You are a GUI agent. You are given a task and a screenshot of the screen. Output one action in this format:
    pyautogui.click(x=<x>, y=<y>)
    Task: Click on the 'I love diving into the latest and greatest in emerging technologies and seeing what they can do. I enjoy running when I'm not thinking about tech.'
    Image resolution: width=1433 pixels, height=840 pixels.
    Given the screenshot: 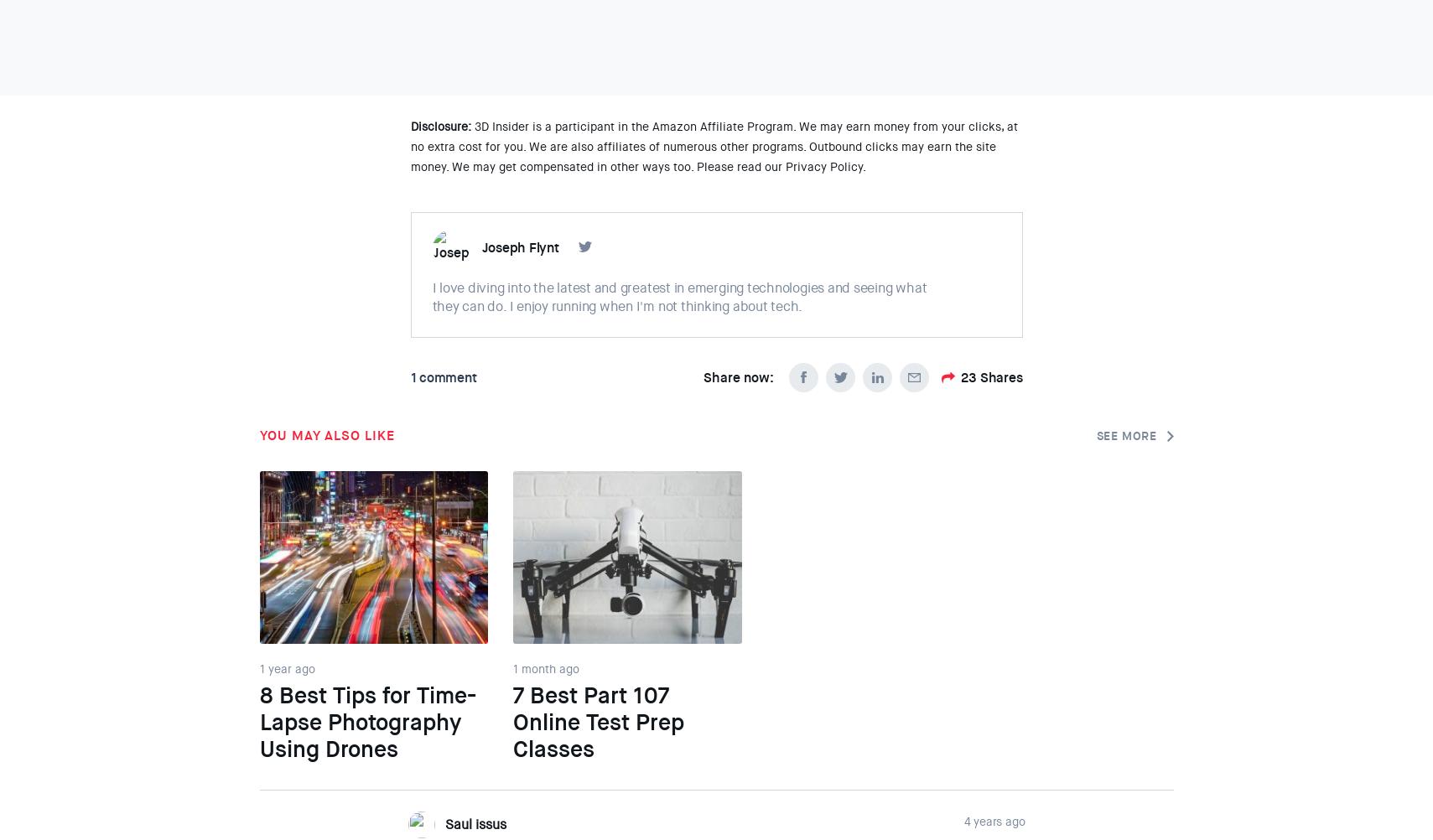 What is the action you would take?
    pyautogui.click(x=678, y=297)
    